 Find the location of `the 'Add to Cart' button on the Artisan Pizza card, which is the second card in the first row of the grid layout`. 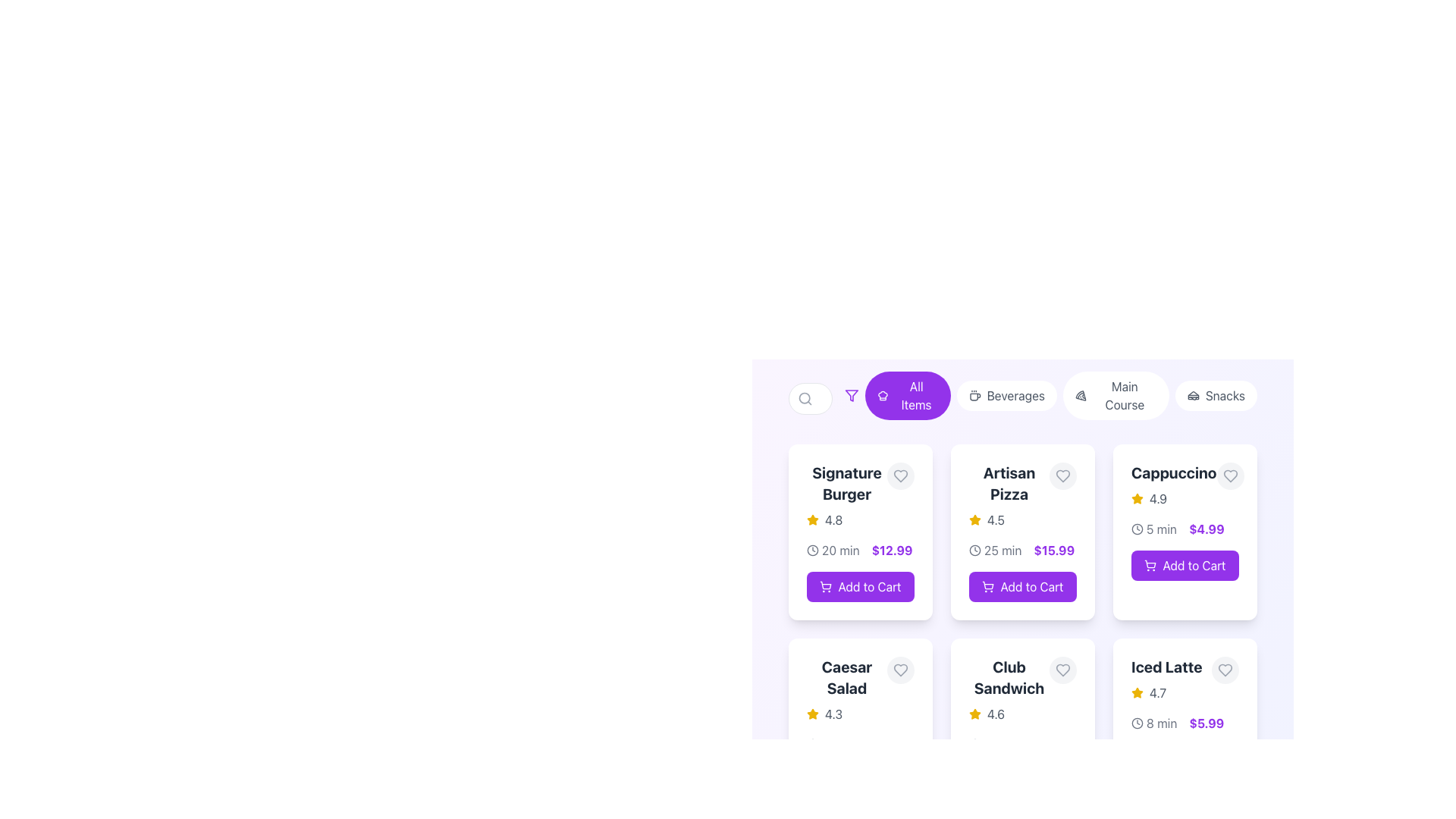

the 'Add to Cart' button on the Artisan Pizza card, which is the second card in the first row of the grid layout is located at coordinates (1022, 539).